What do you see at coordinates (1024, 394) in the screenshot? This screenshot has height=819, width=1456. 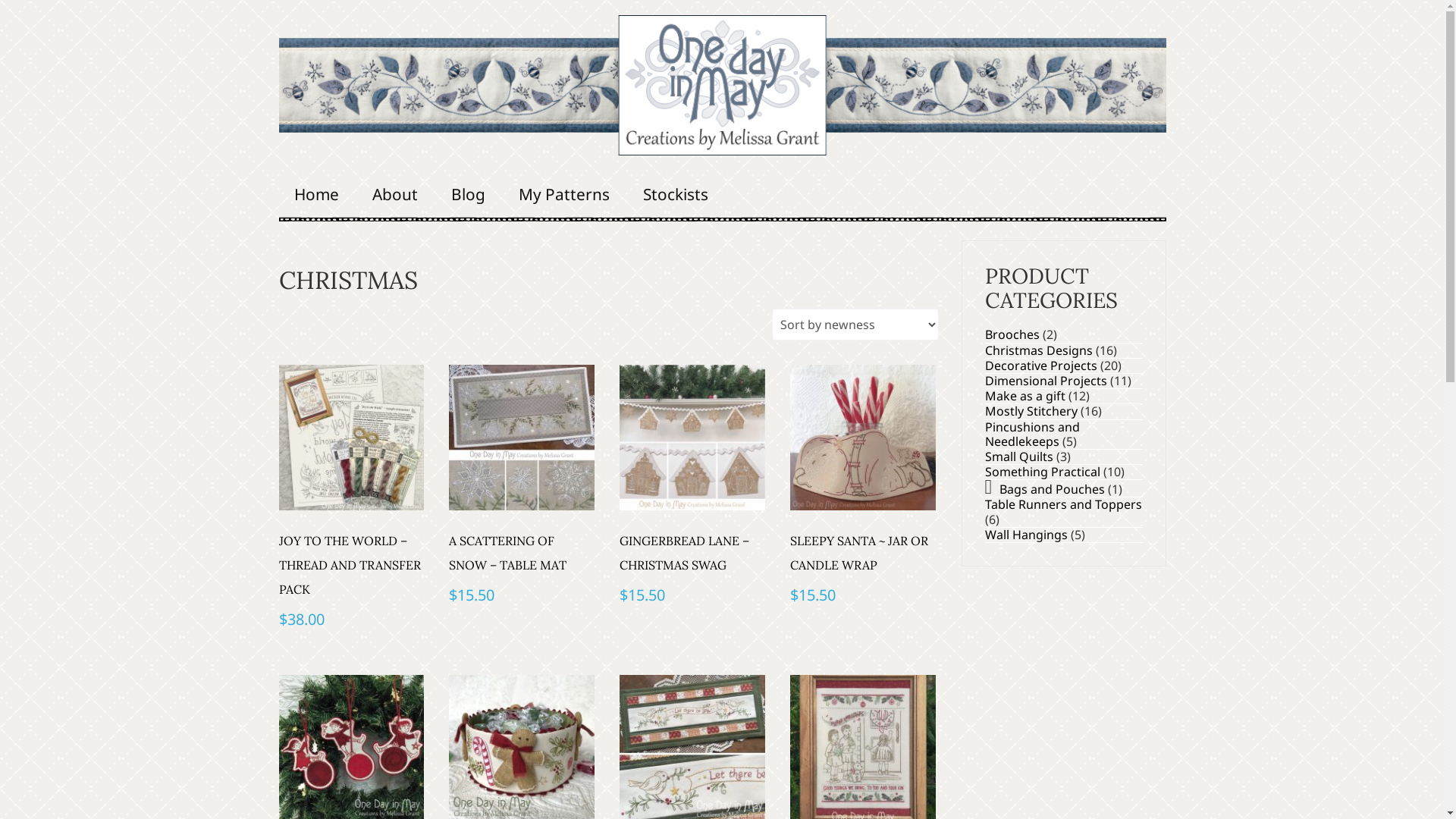 I see `'Make as a gift'` at bounding box center [1024, 394].